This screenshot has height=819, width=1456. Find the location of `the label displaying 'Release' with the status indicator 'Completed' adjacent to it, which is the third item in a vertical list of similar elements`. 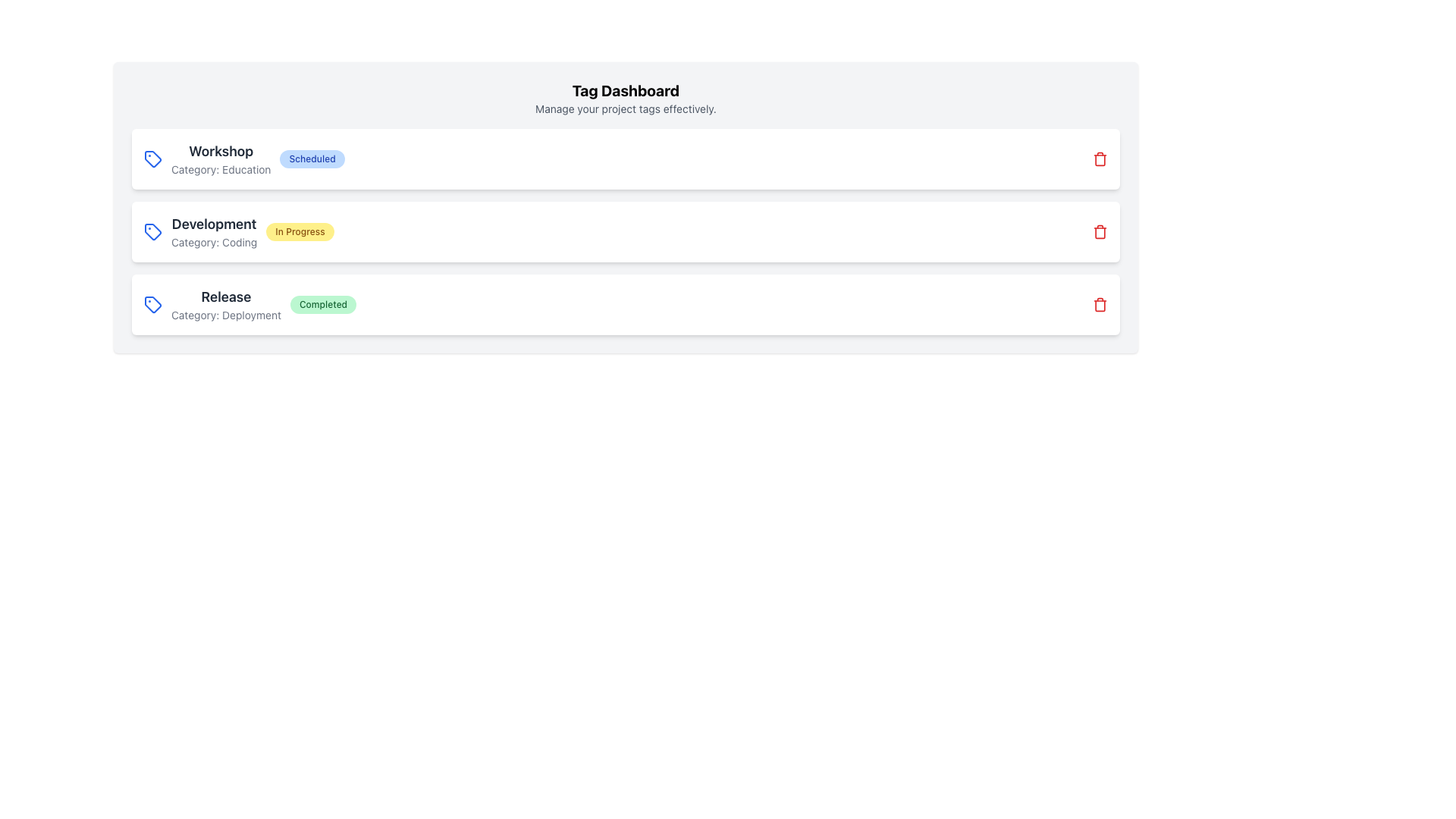

the label displaying 'Release' with the status indicator 'Completed' adjacent to it, which is the third item in a vertical list of similar elements is located at coordinates (250, 304).